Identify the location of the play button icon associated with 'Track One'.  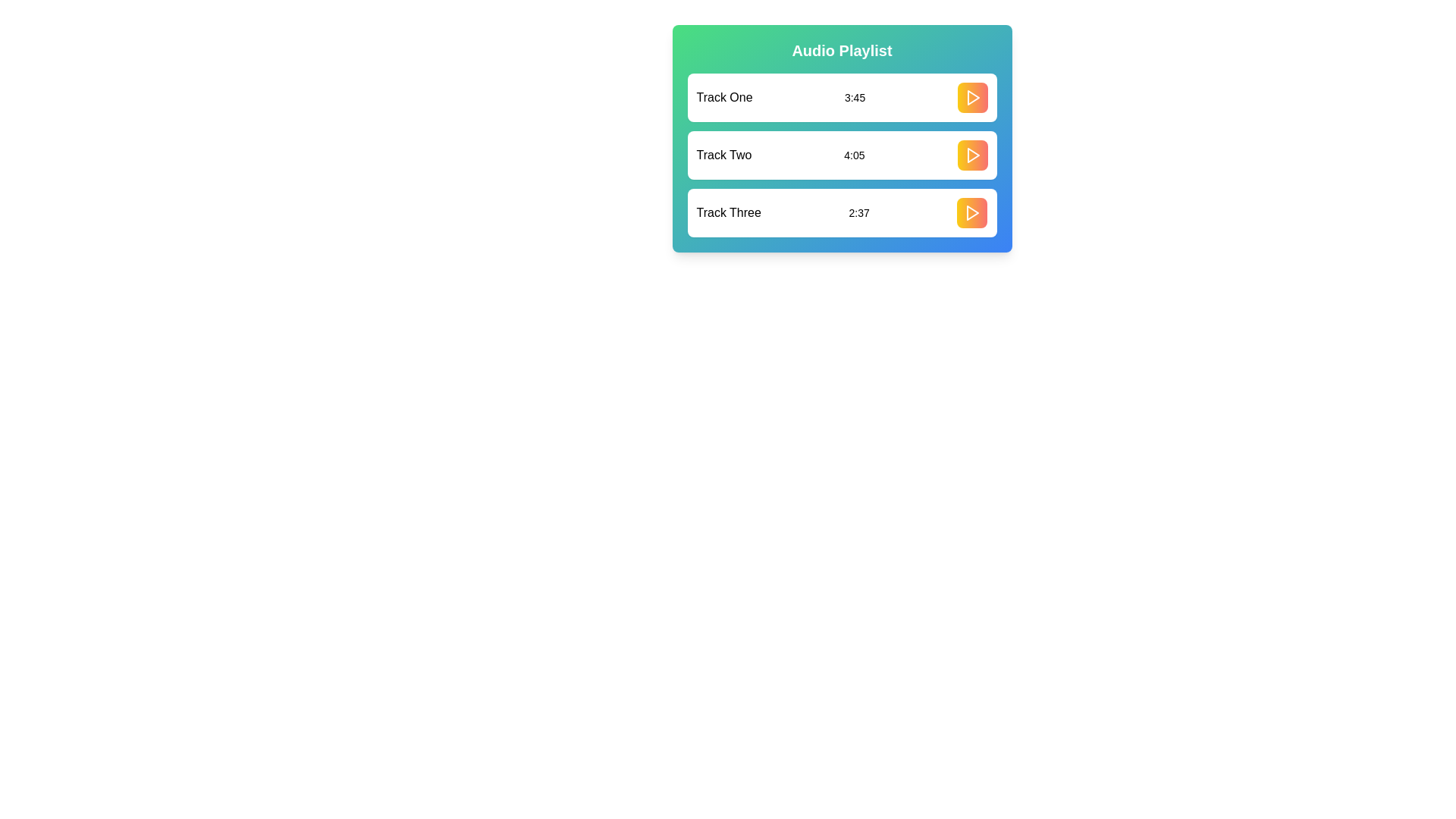
(973, 97).